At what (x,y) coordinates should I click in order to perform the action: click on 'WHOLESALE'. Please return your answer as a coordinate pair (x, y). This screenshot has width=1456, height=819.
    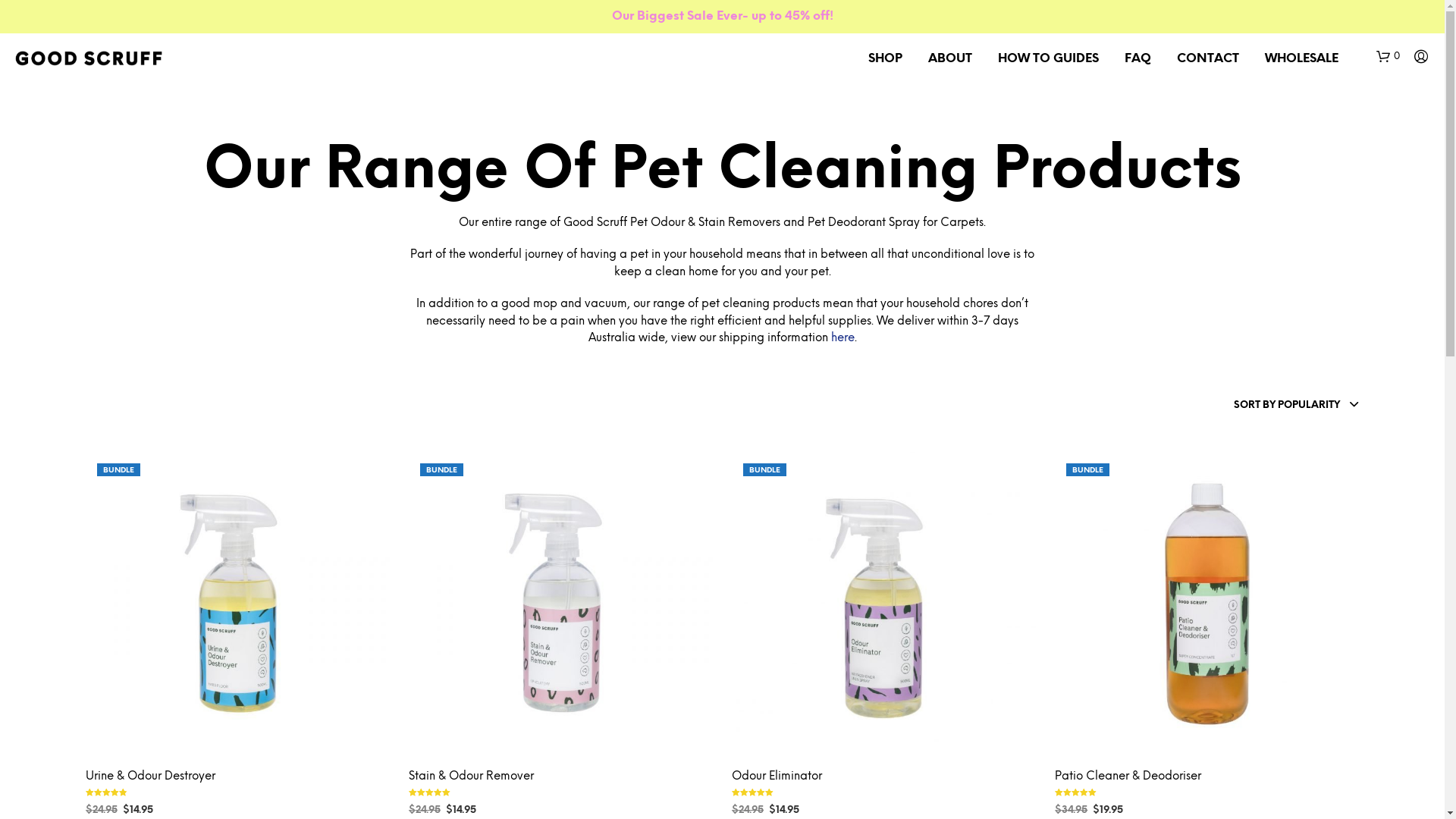
    Looking at the image, I should click on (1301, 58).